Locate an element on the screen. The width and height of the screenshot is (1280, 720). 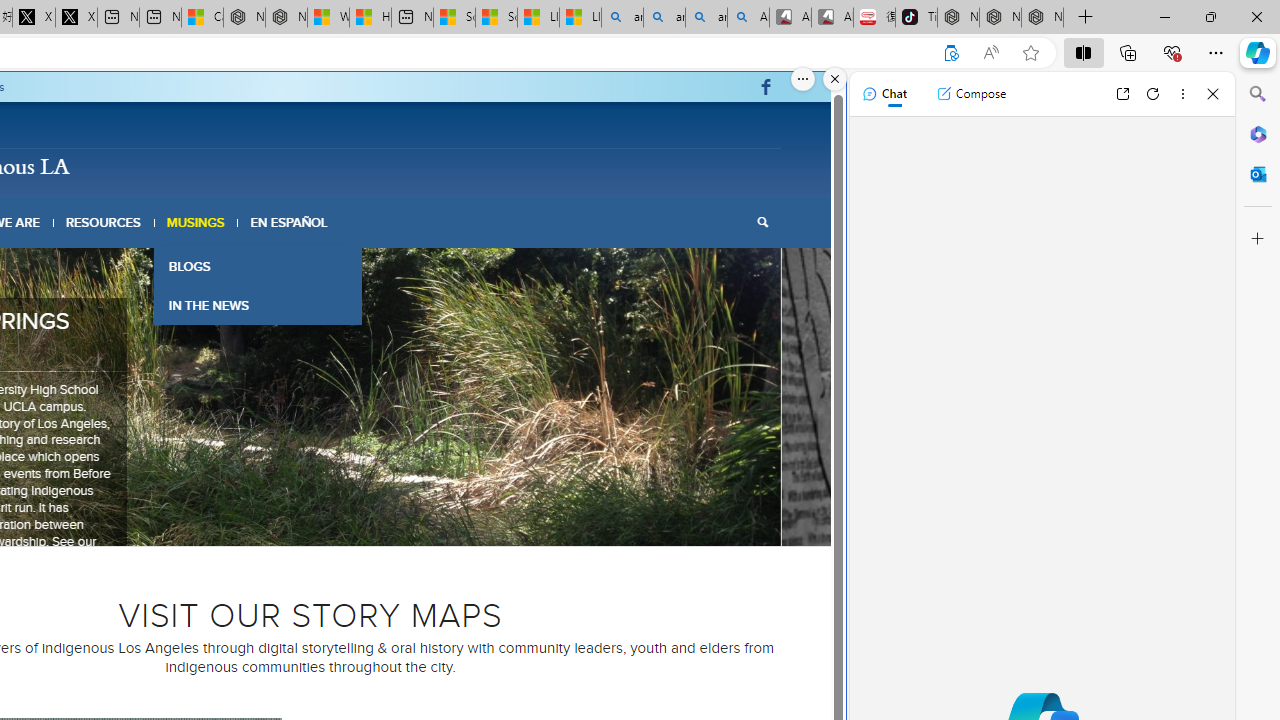
'Open link in new tab' is located at coordinates (1122, 93).